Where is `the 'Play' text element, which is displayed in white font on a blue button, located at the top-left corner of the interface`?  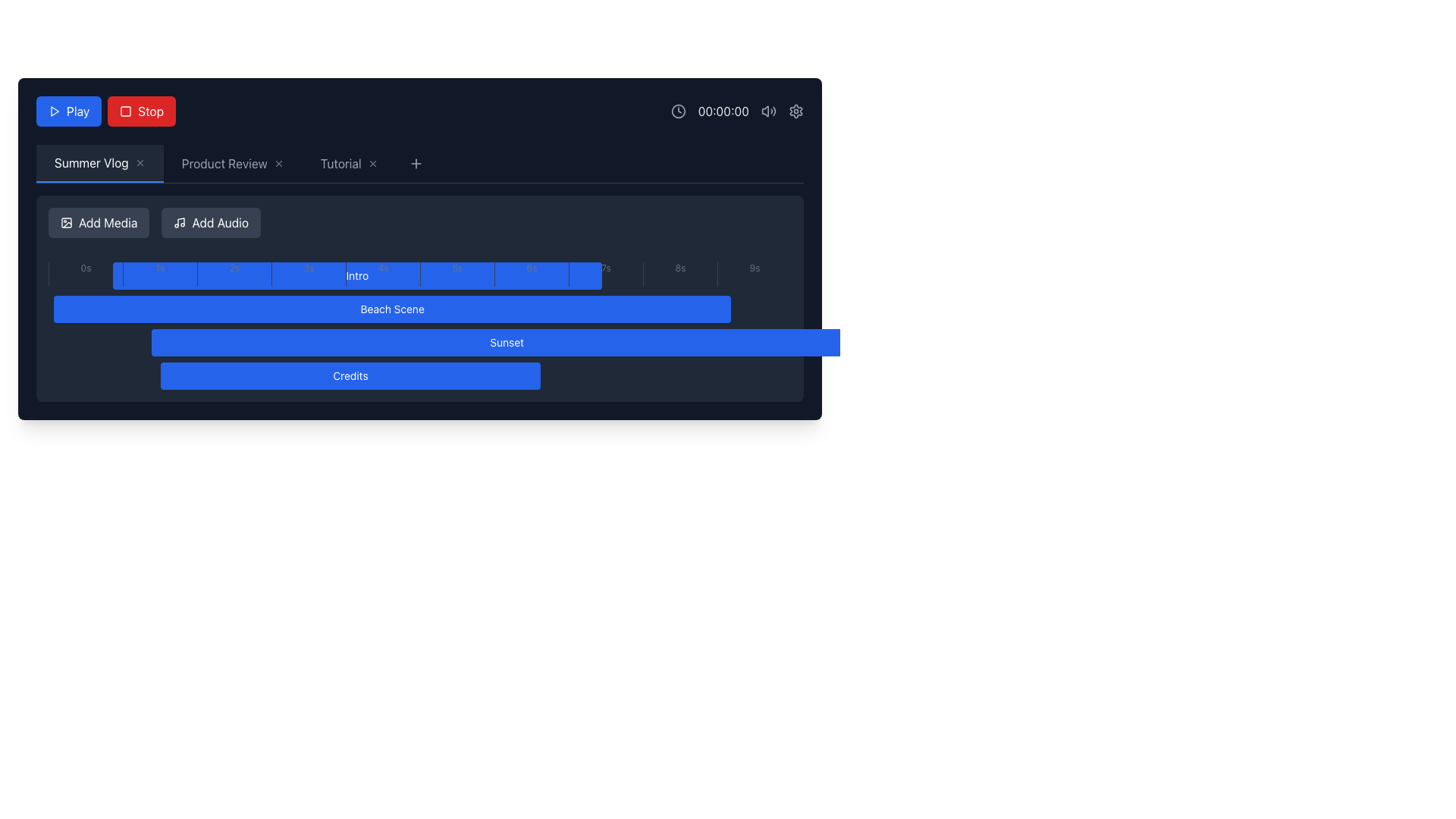
the 'Play' text element, which is displayed in white font on a blue button, located at the top-left corner of the interface is located at coordinates (77, 110).